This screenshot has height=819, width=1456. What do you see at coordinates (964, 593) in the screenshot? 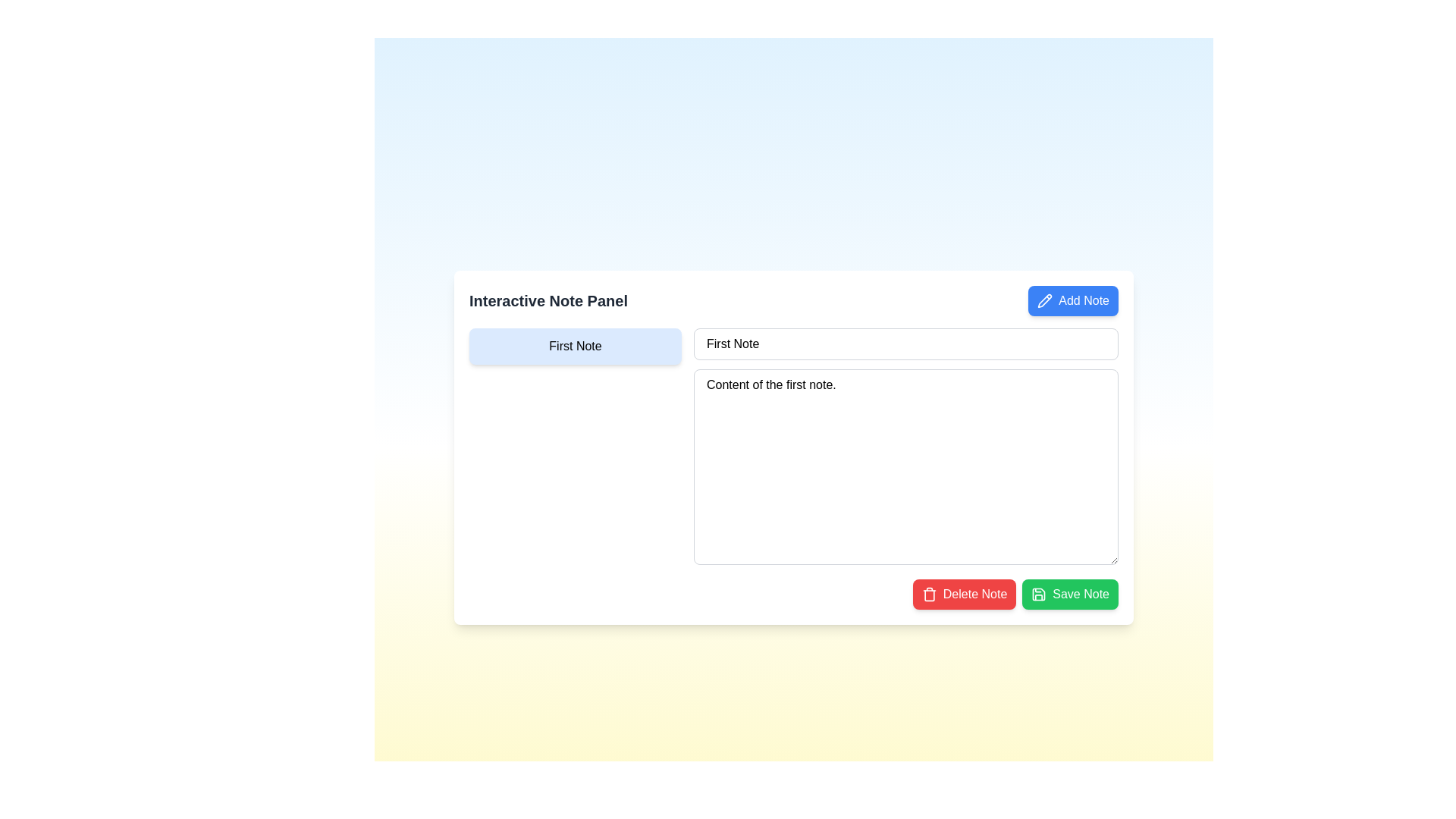
I see `the red 'Delete Note' button with a trash bin icon` at bounding box center [964, 593].